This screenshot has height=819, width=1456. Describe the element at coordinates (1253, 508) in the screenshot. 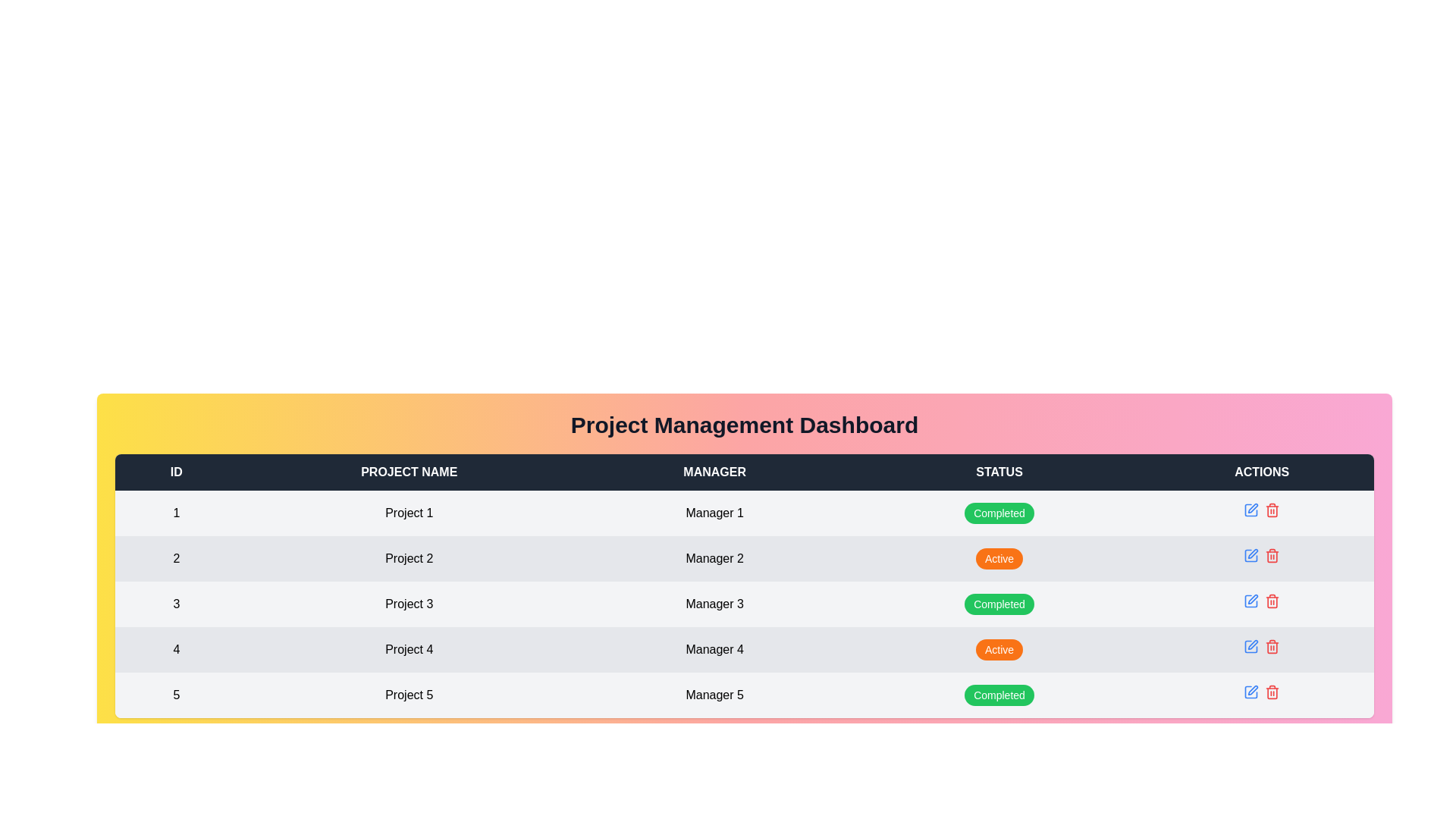

I see `the small blue outlined square icon with a red inner detail, resembling a pen or editing tool, located in the 'Actions' column of the fifth row of the project table` at that location.